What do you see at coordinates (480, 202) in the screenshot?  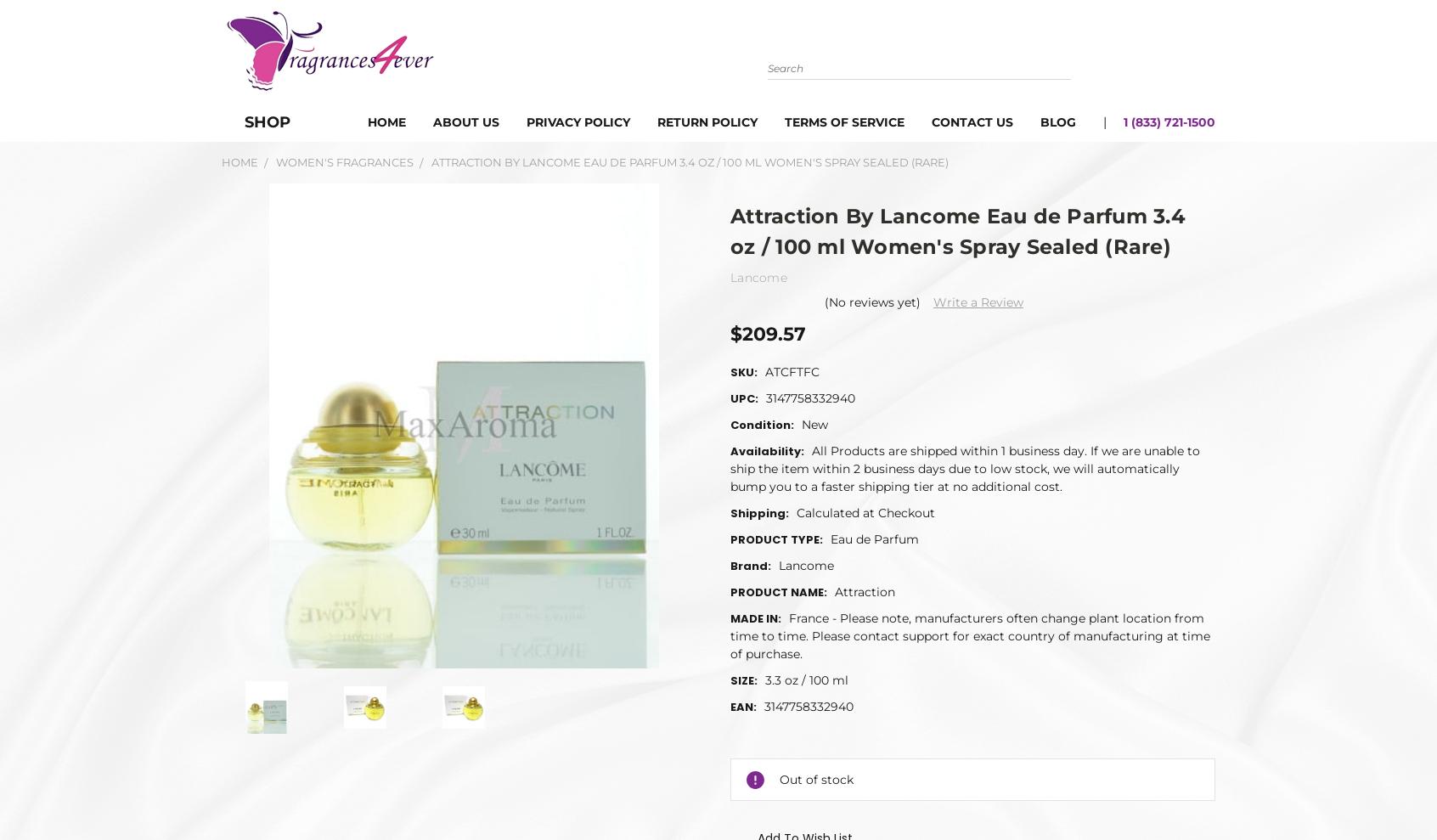 I see `'Attraction By Lancome Eau de Parfum 3.4 oz / 100 ml Women's Spray Sealed (Rare)'` at bounding box center [480, 202].